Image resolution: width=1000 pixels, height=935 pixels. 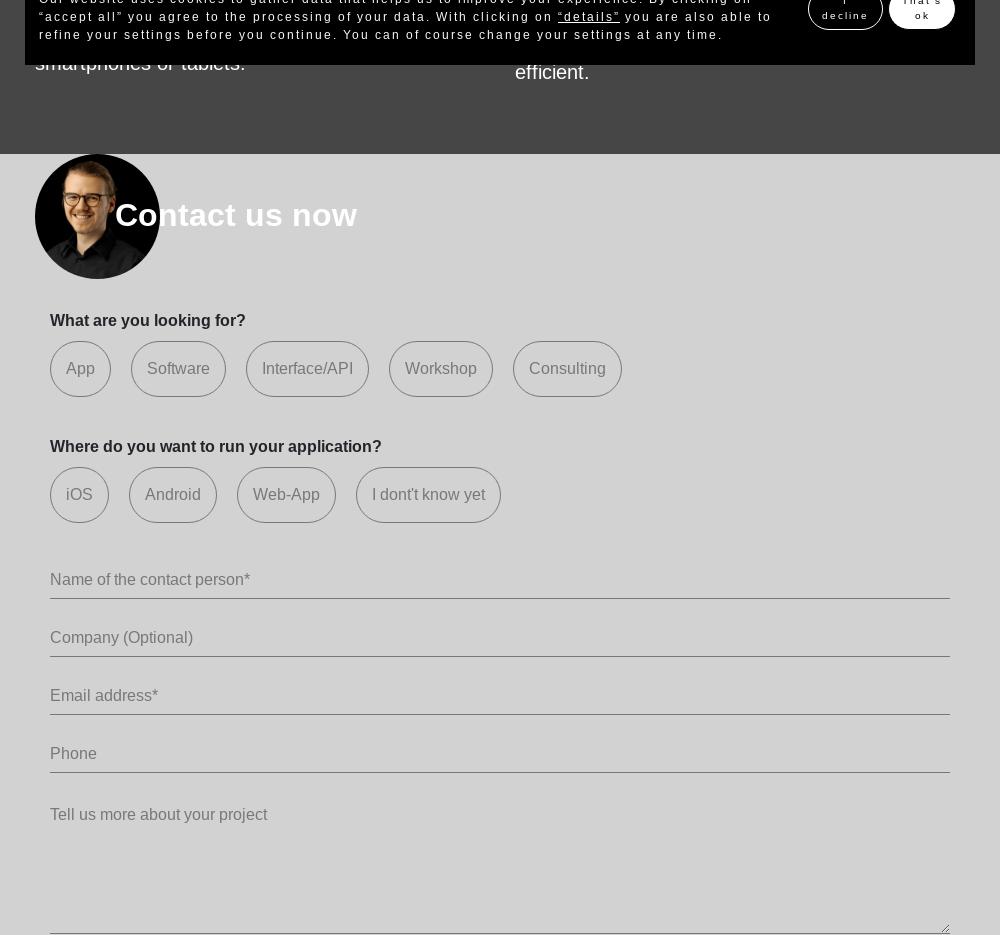 I want to click on 'Workshop', so click(x=405, y=366).